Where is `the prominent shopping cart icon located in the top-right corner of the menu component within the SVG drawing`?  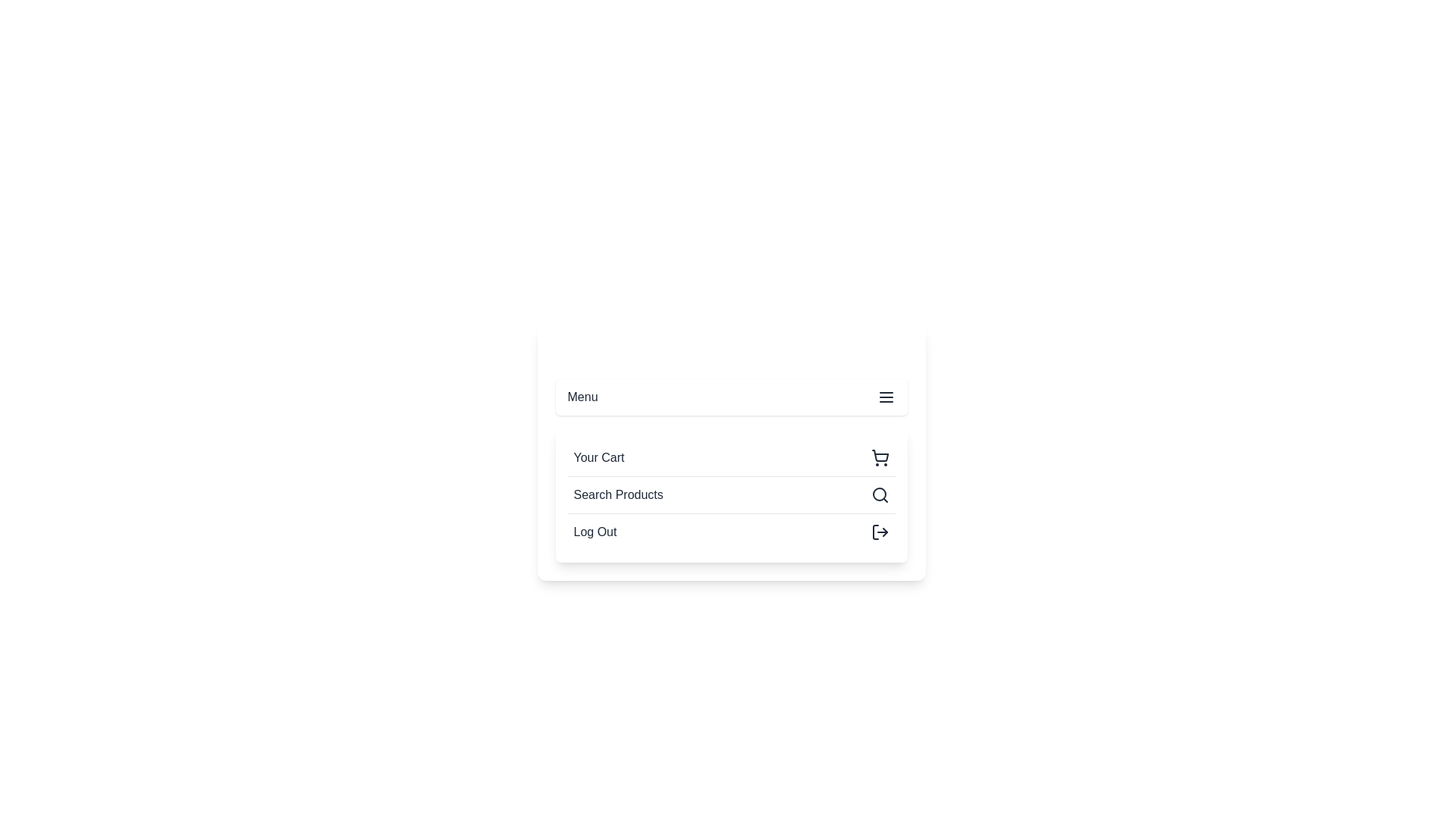 the prominent shopping cart icon located in the top-right corner of the menu component within the SVG drawing is located at coordinates (880, 455).